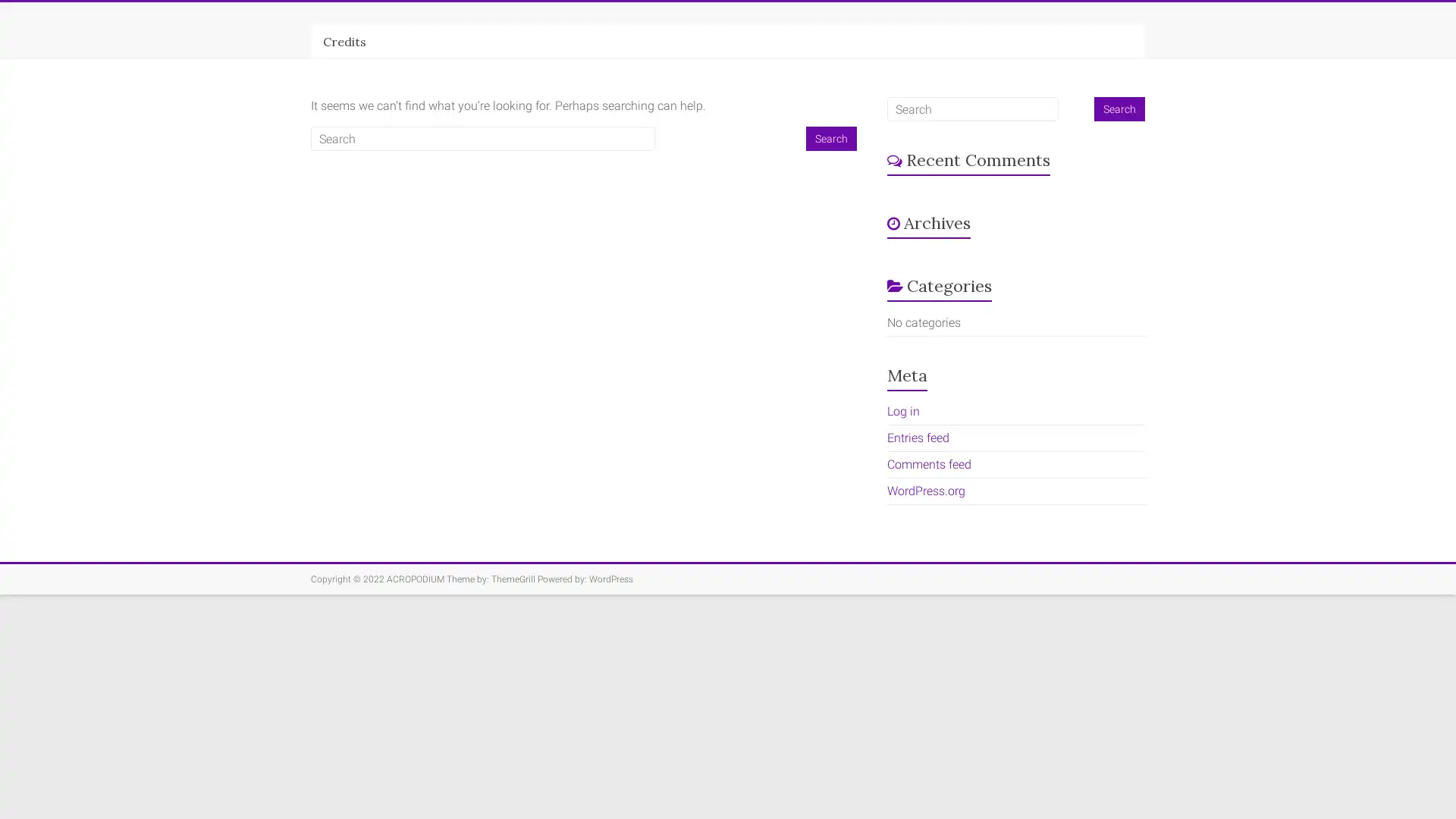 This screenshot has height=819, width=1456. Describe the element at coordinates (1119, 108) in the screenshot. I see `Search` at that location.